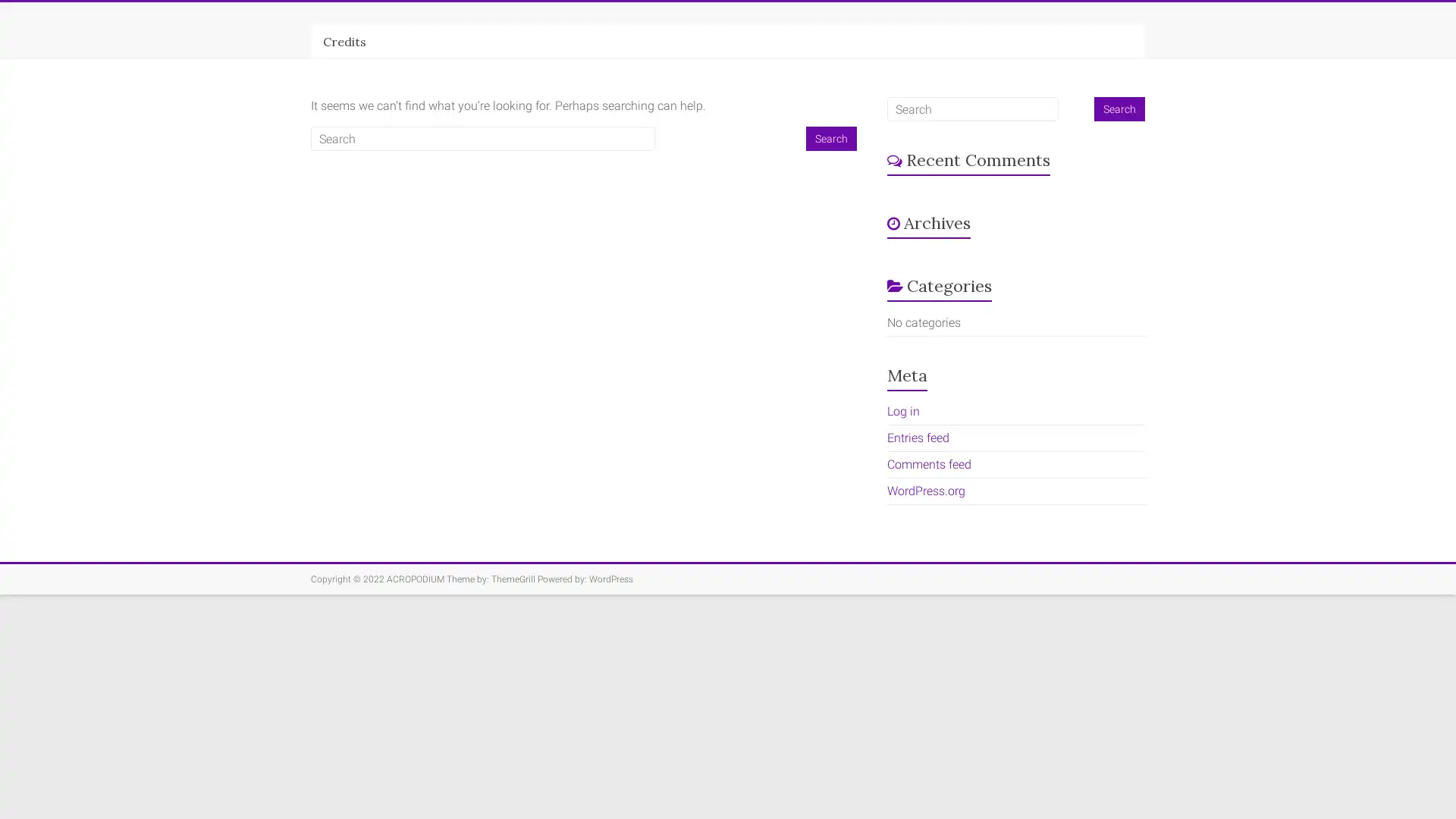 This screenshot has height=819, width=1456. Describe the element at coordinates (1119, 108) in the screenshot. I see `Search` at that location.